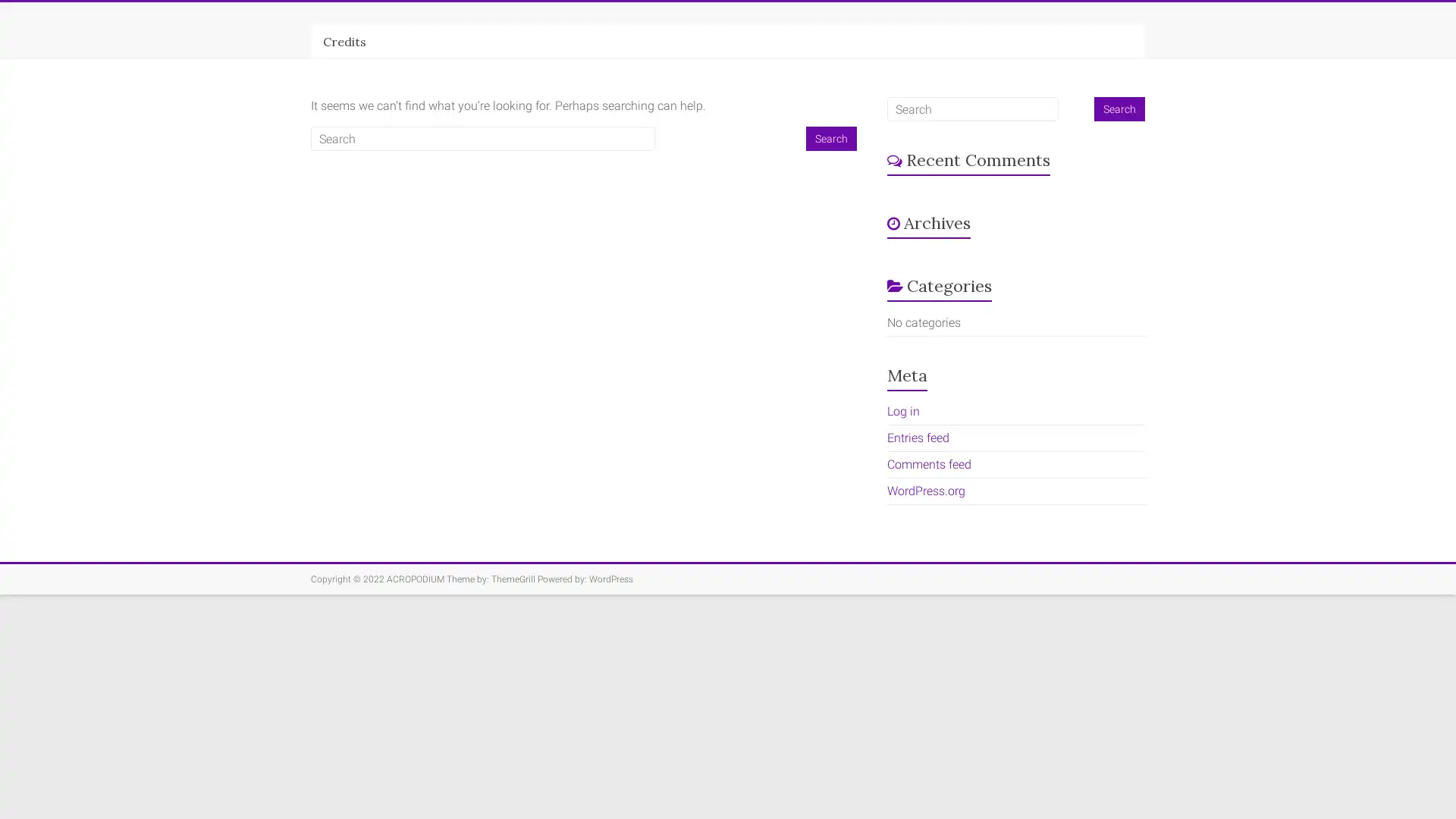 This screenshot has height=819, width=1456. Describe the element at coordinates (1119, 108) in the screenshot. I see `Search` at that location.